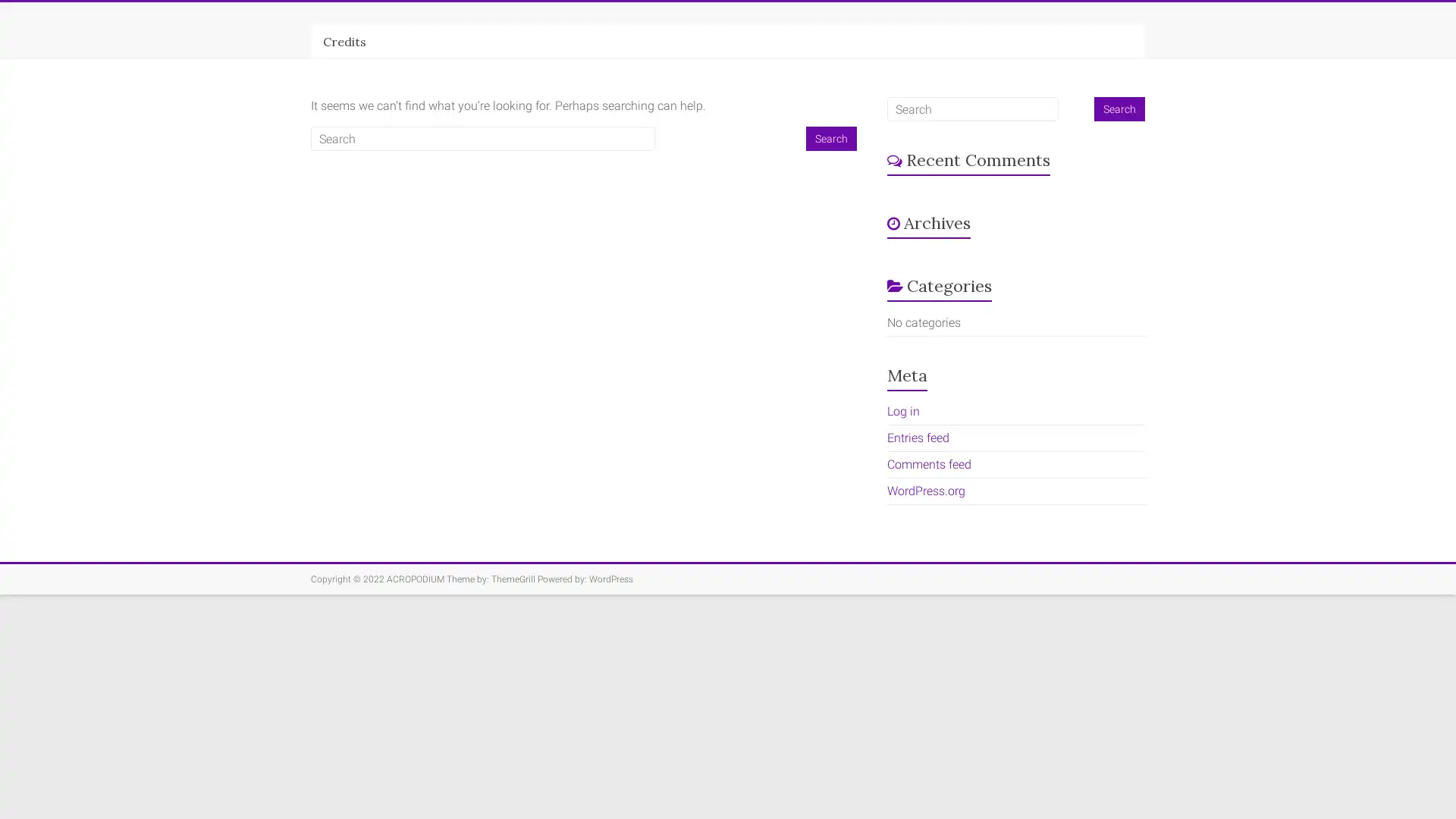 This screenshot has height=819, width=1456. Describe the element at coordinates (1119, 108) in the screenshot. I see `Search` at that location.